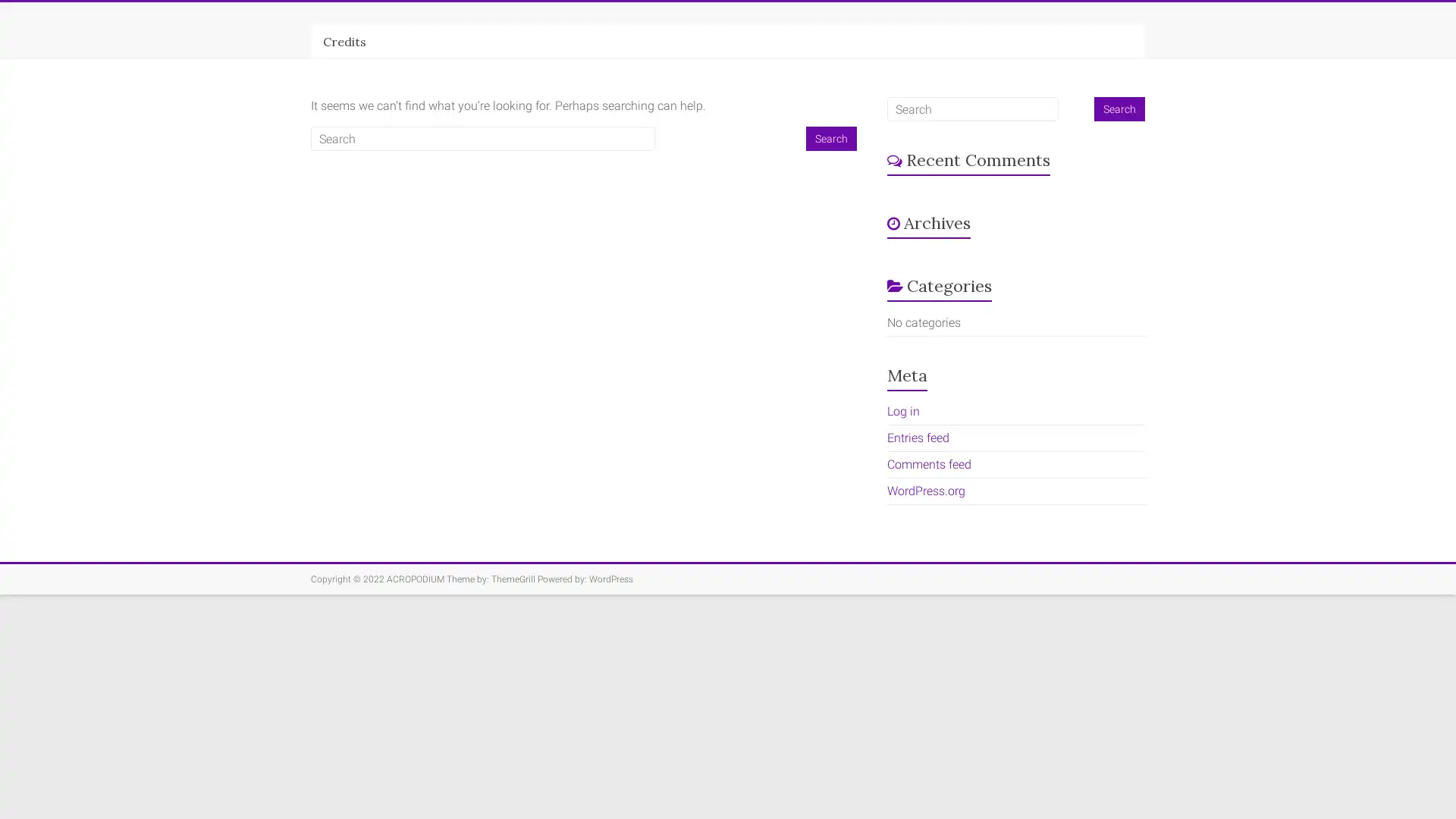 This screenshot has height=819, width=1456. Describe the element at coordinates (1119, 108) in the screenshot. I see `Search` at that location.